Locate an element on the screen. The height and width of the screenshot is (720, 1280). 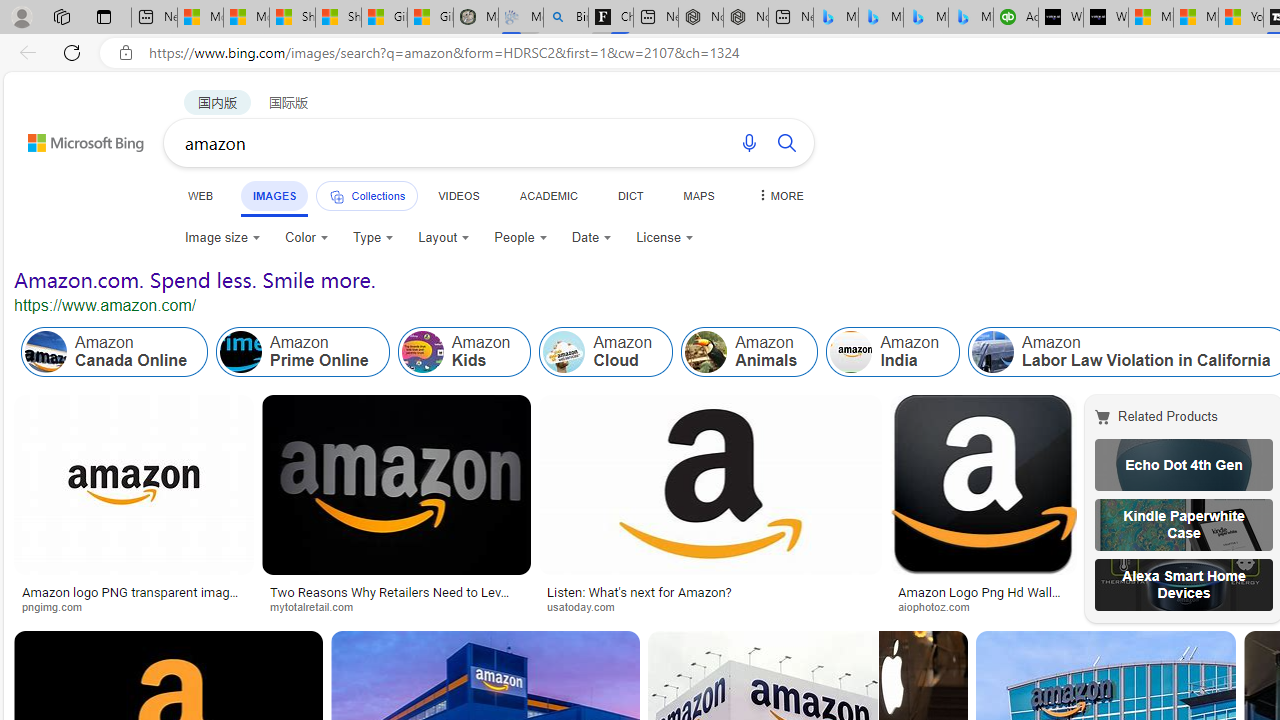
'aiophotoz.com' is located at coordinates (940, 605).